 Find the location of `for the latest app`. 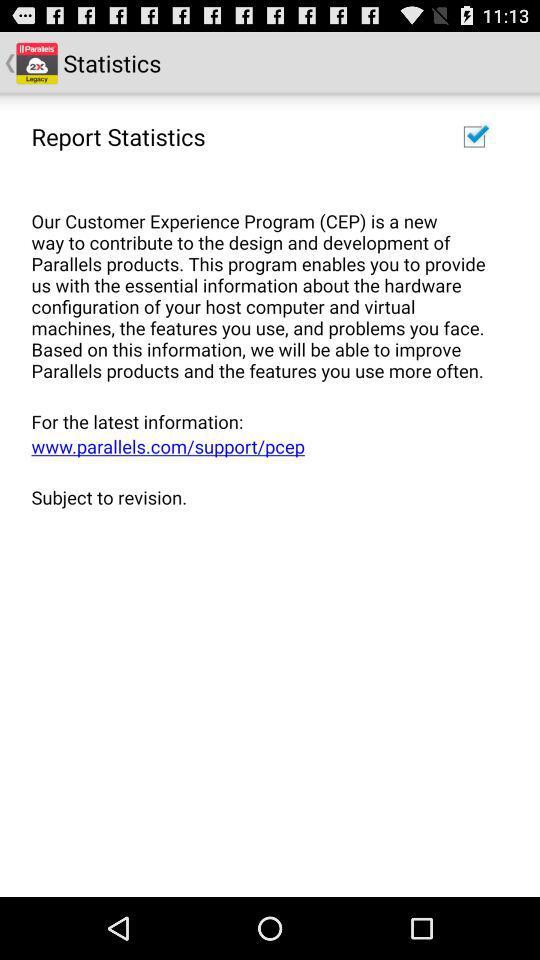

for the latest app is located at coordinates (263, 421).